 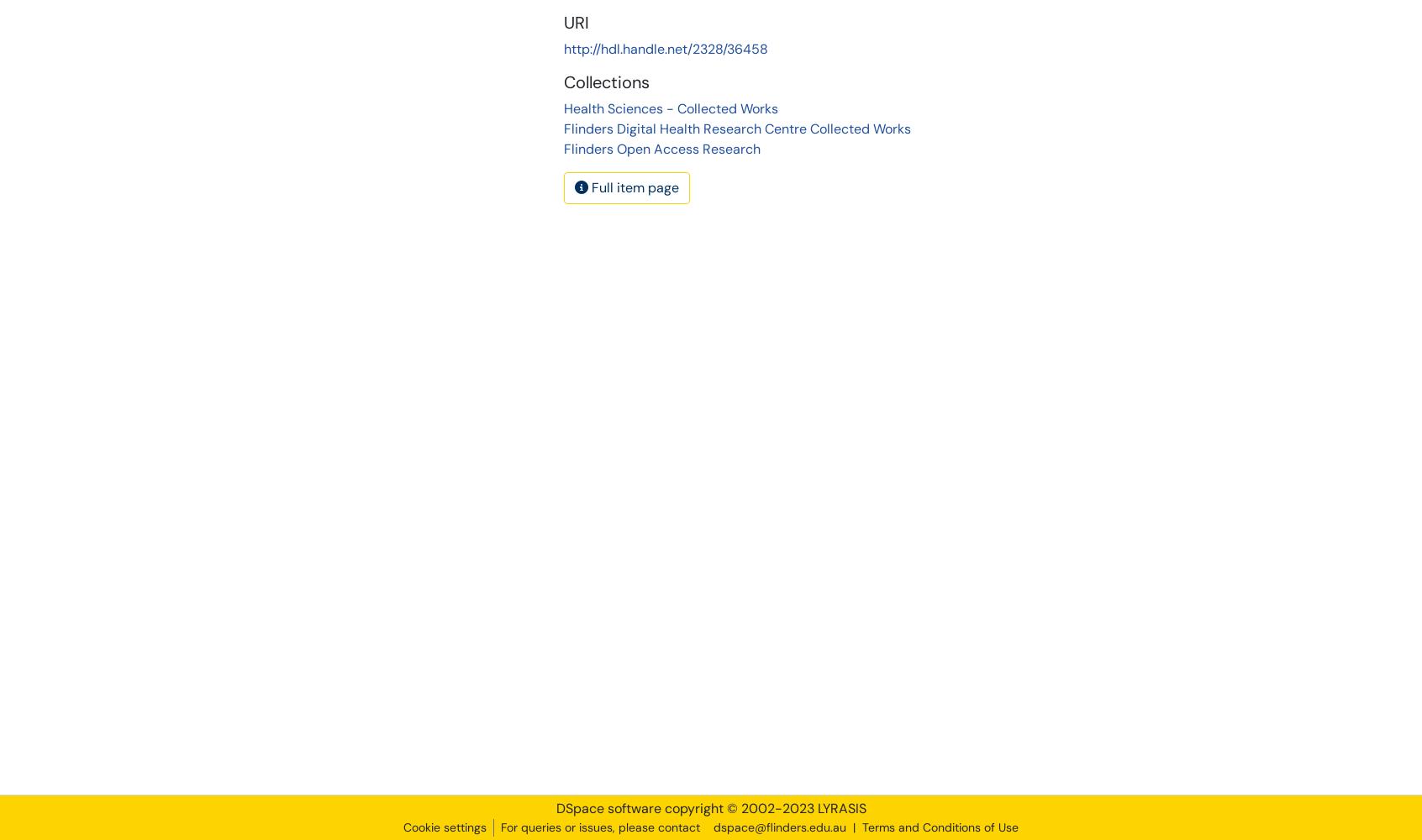 What do you see at coordinates (780, 827) in the screenshot?
I see `'dspace@flinders.edu.au'` at bounding box center [780, 827].